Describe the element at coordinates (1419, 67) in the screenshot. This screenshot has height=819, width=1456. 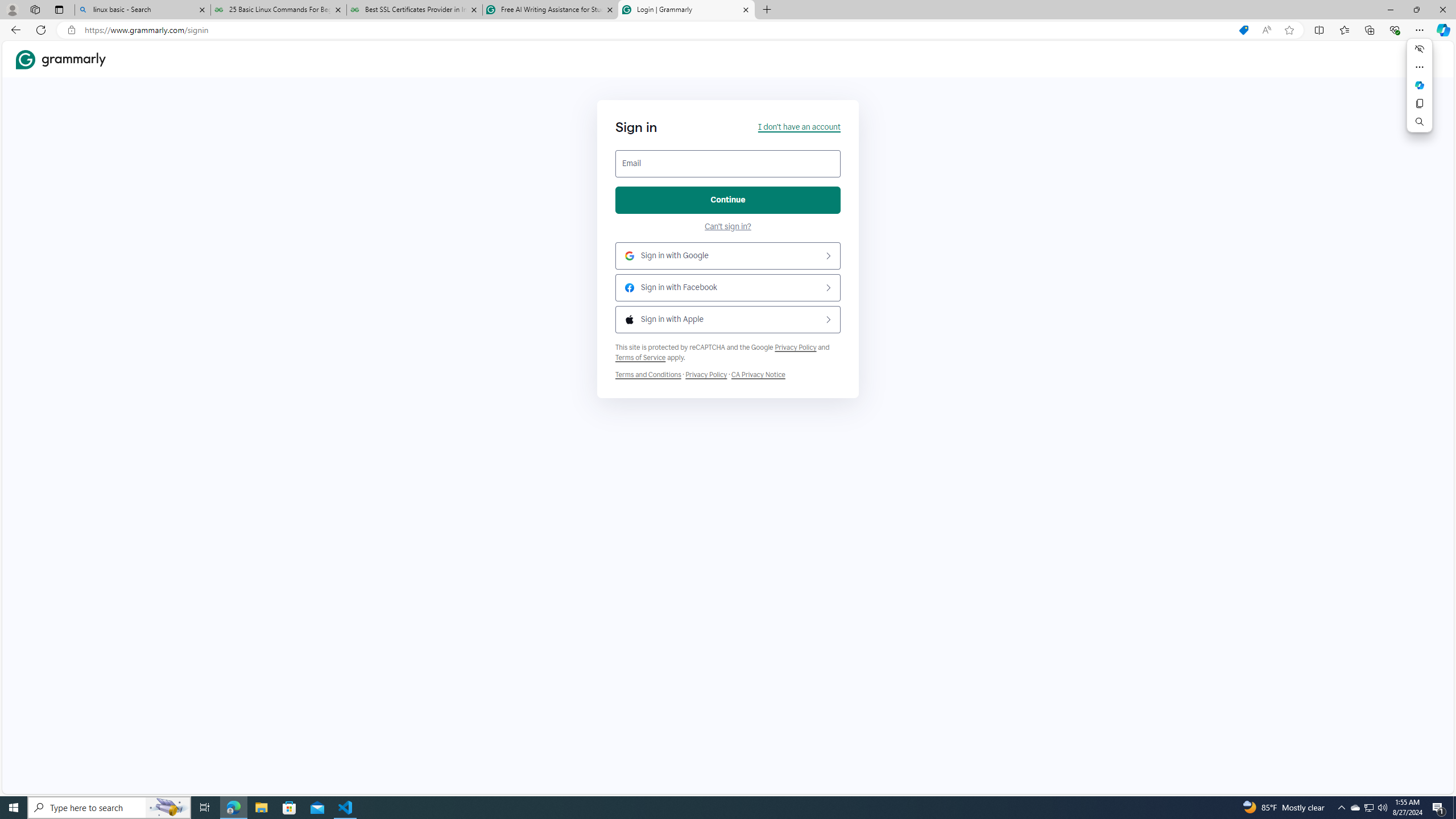
I see `'More actions'` at that location.